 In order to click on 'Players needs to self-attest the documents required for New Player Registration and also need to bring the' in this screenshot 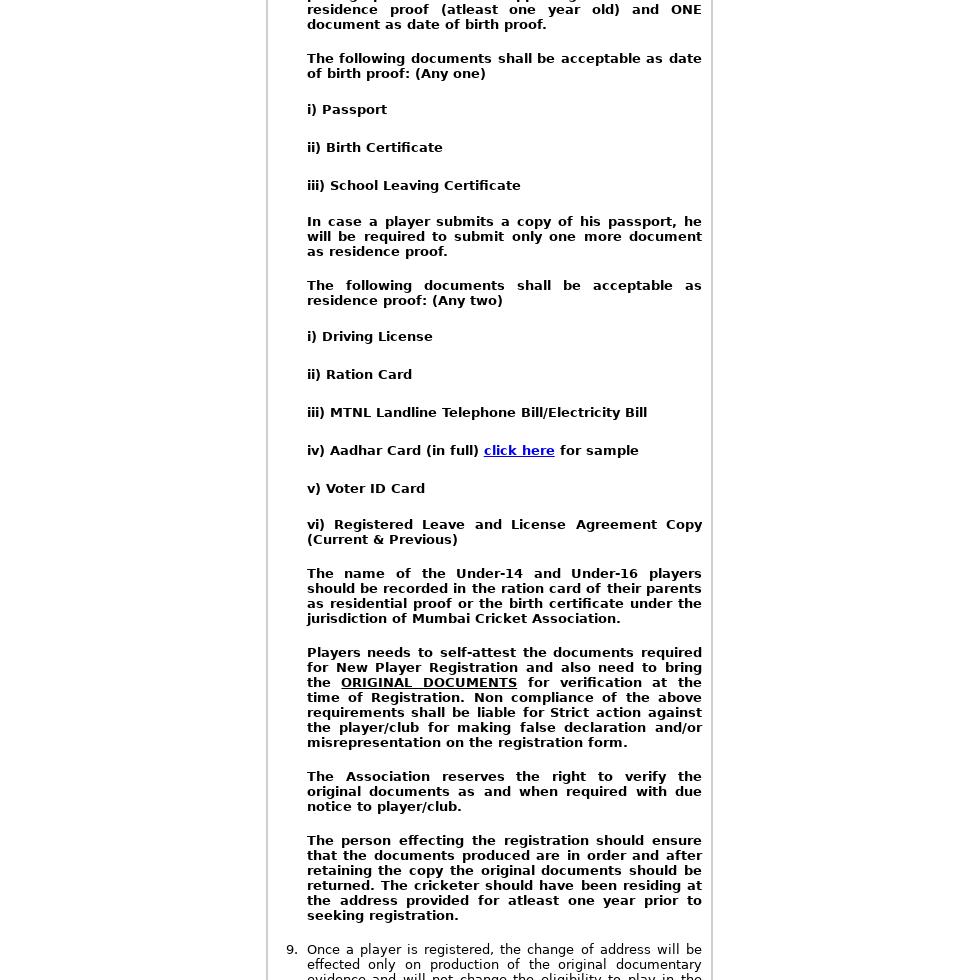, I will do `click(503, 667)`.